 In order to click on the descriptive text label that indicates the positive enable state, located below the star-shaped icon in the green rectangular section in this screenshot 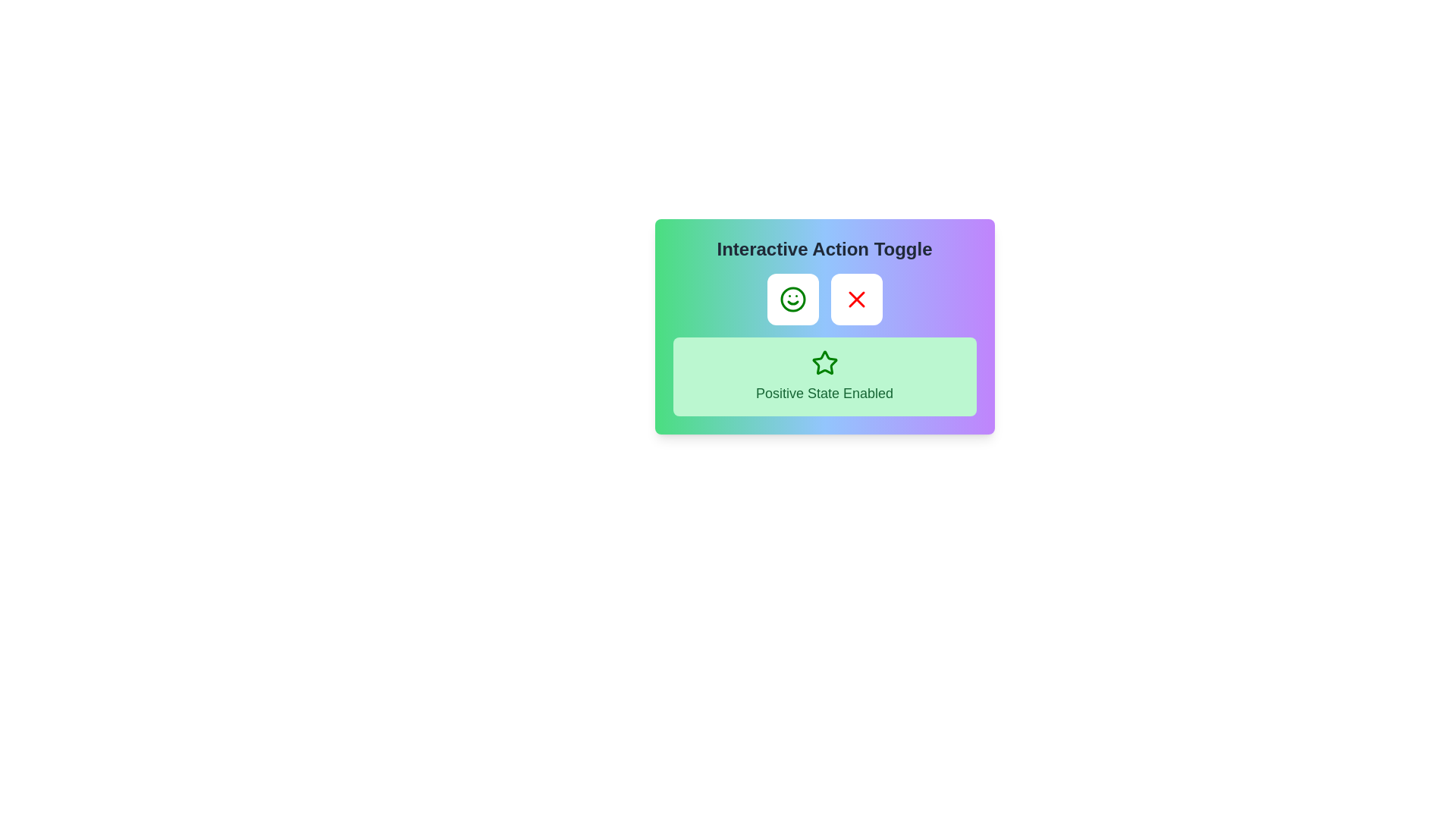, I will do `click(824, 393)`.